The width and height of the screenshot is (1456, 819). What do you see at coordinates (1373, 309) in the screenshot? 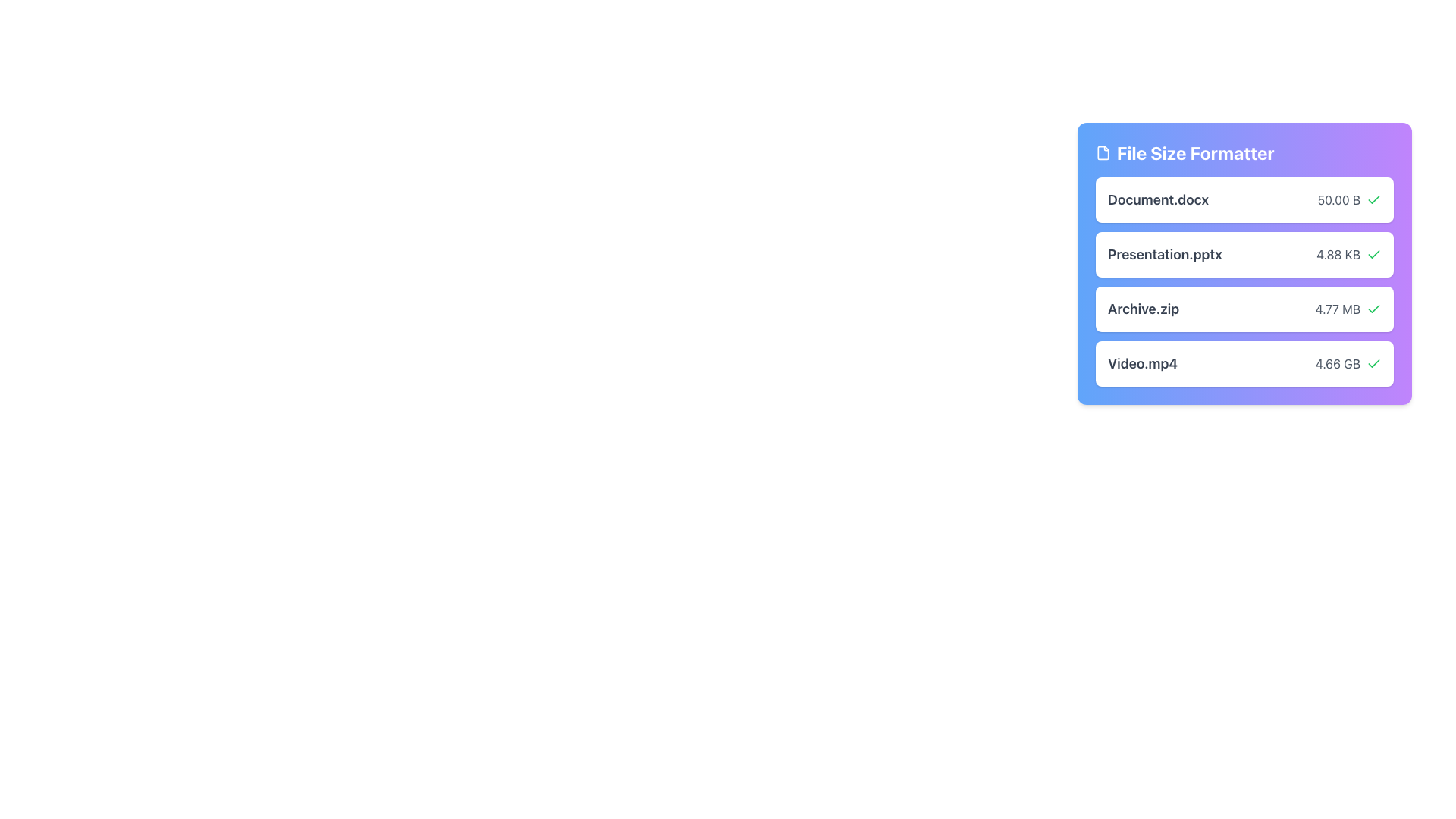
I see `the green checkmark icon indicating a successful state, located next to the text '4.77 MB' in the 'Archive.zip' item` at bounding box center [1373, 309].